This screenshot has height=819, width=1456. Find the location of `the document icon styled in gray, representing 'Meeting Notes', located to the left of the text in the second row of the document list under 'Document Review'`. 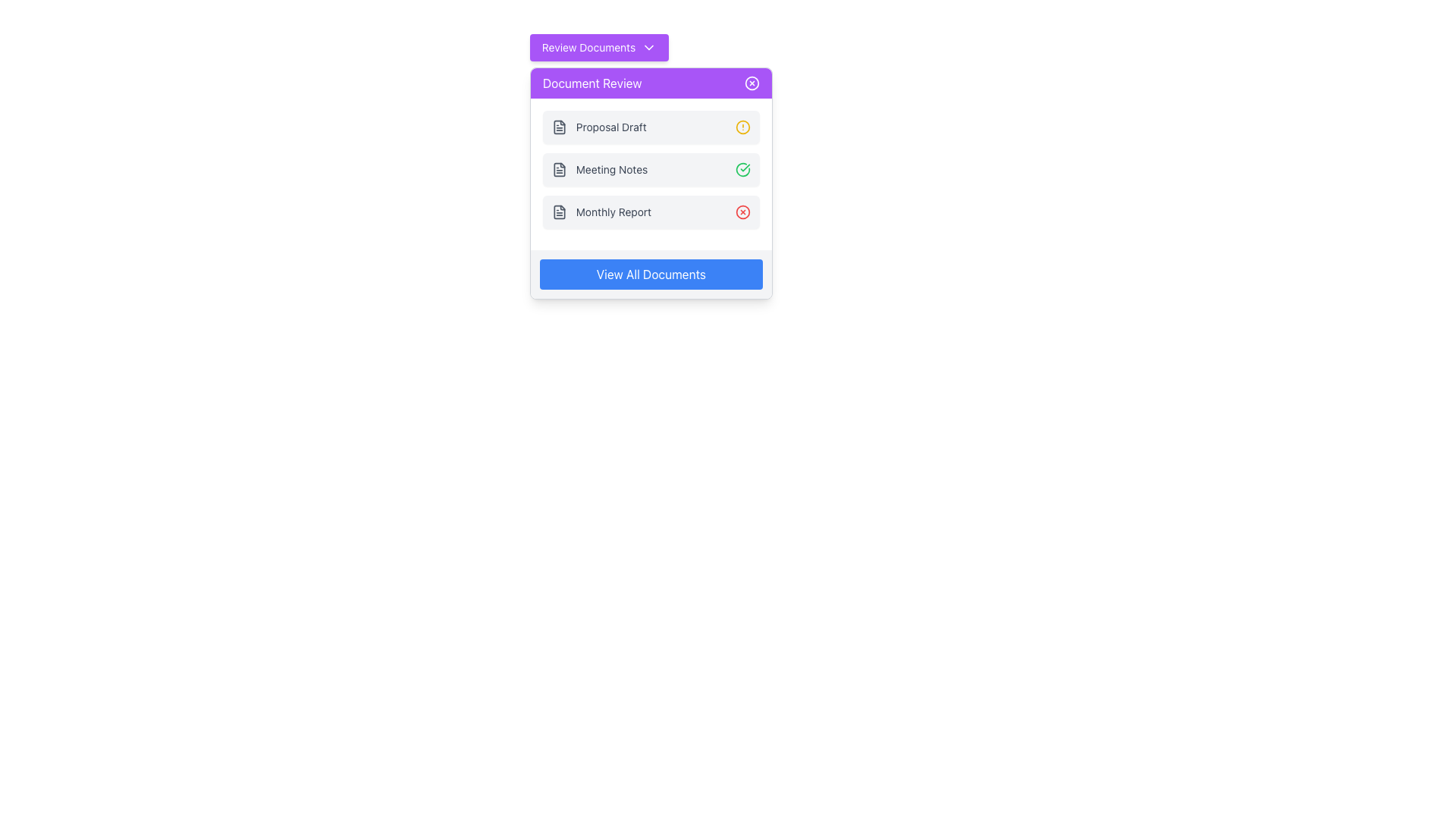

the document icon styled in gray, representing 'Meeting Notes', located to the left of the text in the second row of the document list under 'Document Review' is located at coordinates (558, 169).